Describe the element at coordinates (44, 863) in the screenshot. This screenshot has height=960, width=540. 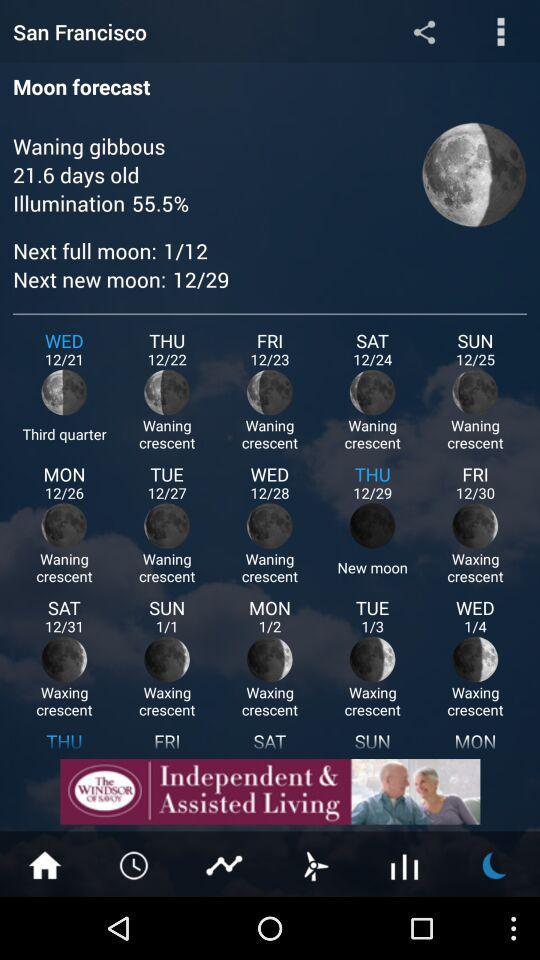
I see `the homepage` at that location.